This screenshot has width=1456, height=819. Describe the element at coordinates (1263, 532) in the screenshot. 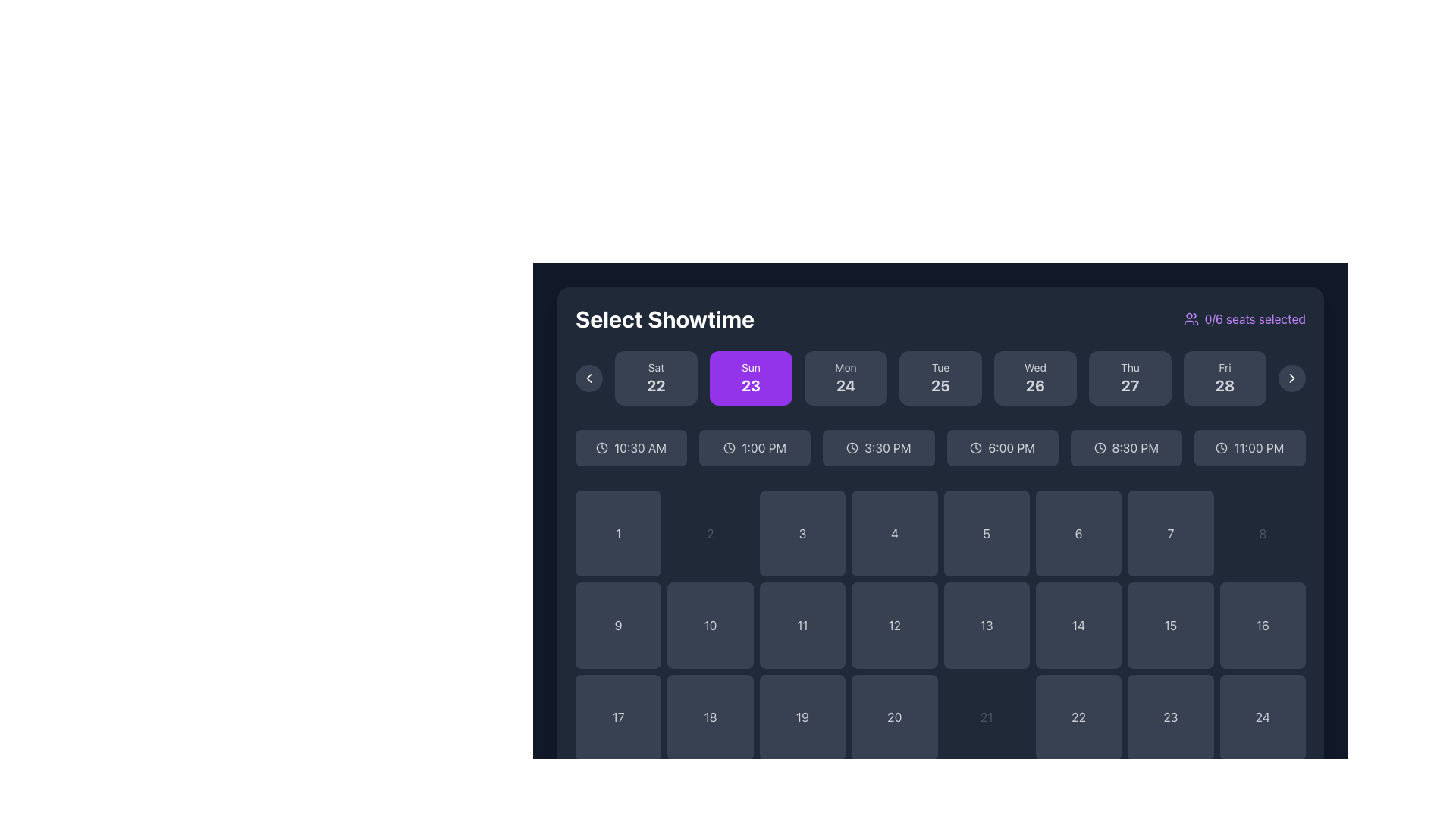

I see `the eighth button in a grid layout located in the top-right corner, which is currently disabled and represents a selectable item` at that location.